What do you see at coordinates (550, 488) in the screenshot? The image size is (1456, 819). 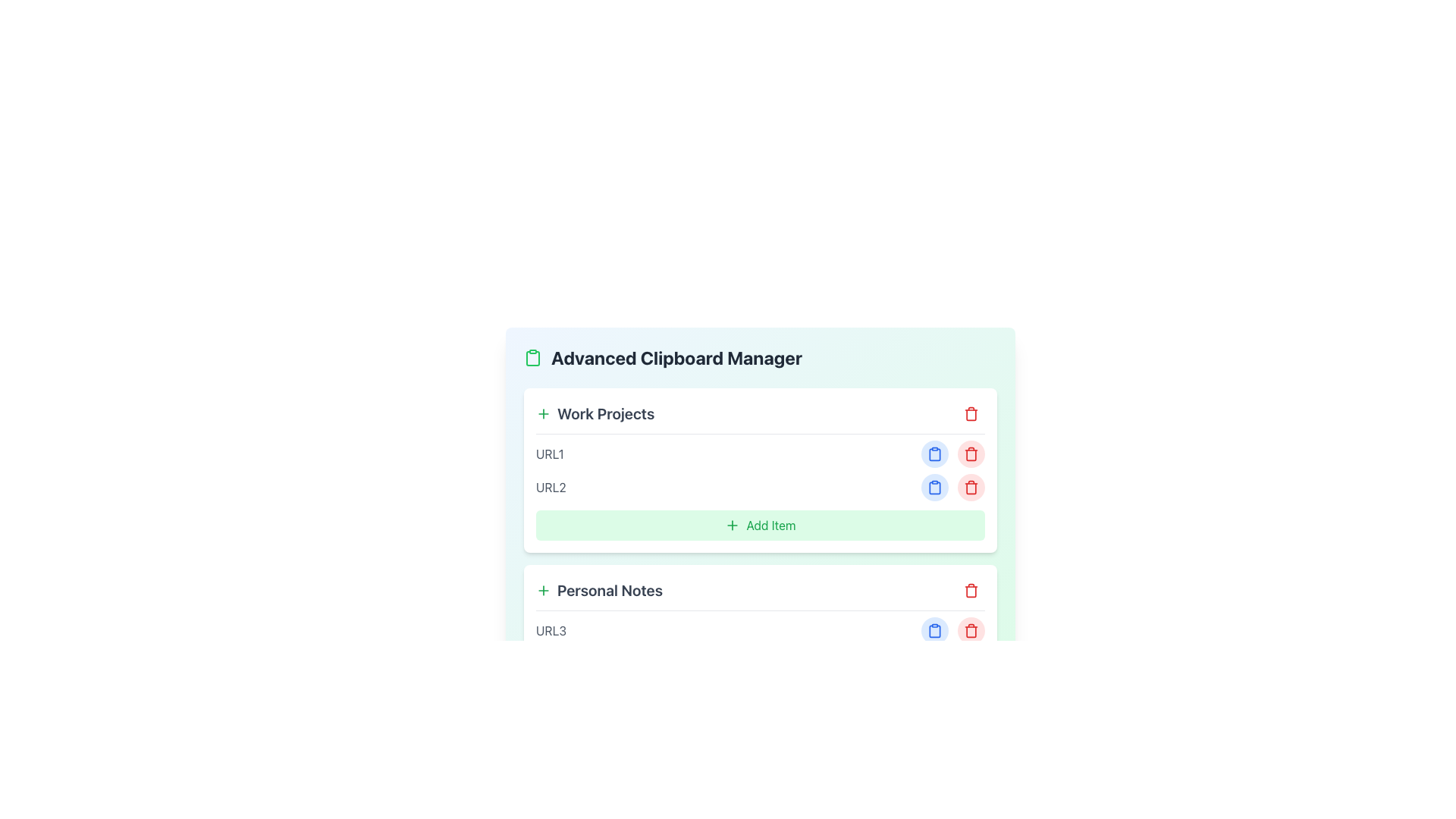 I see `the muted gray label displaying 'URL2' in the 'Work Projects' section, which is the second item in the list and positioned to the left of the interactive icons` at bounding box center [550, 488].